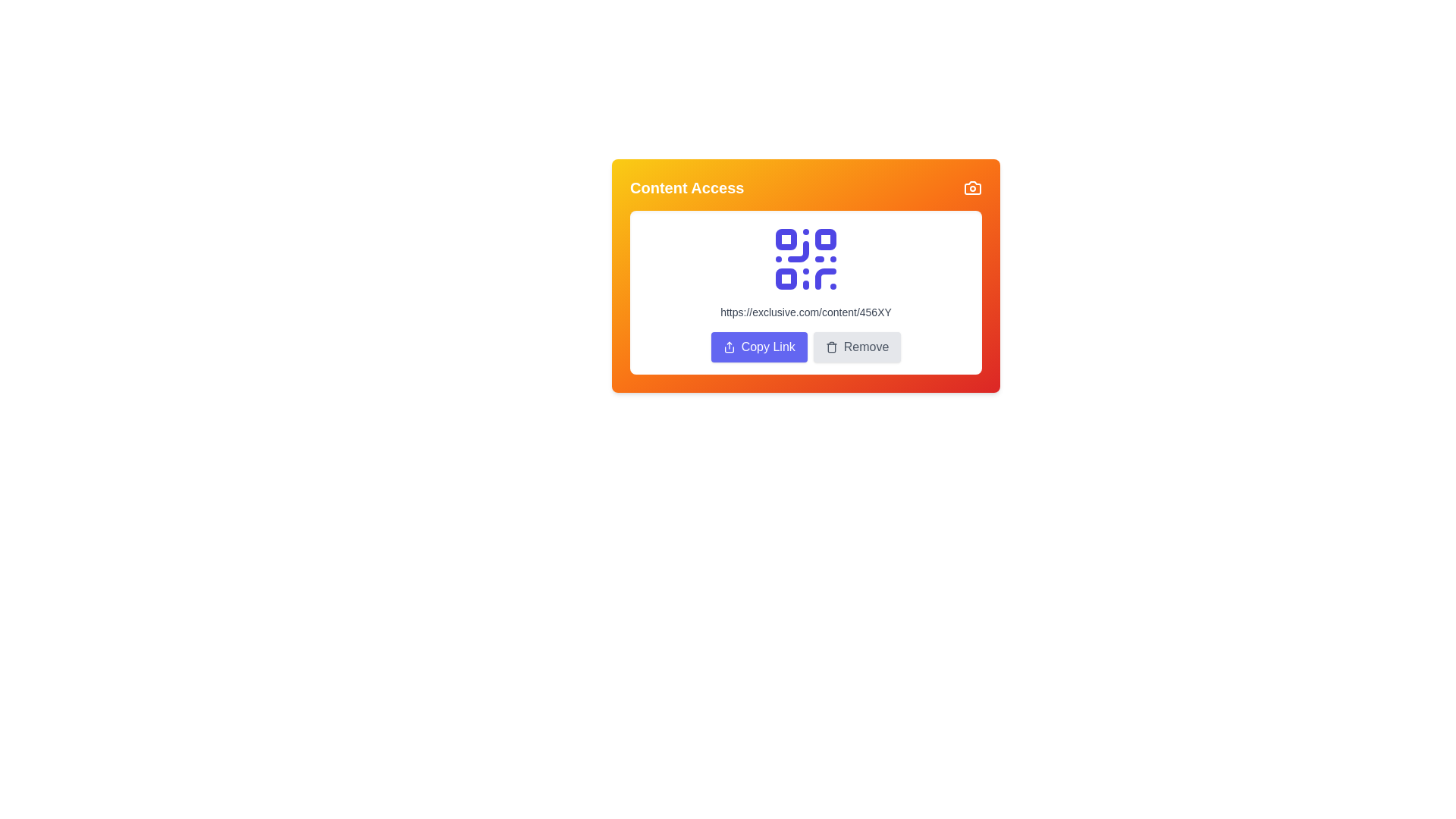  I want to click on the share icon located on the left side of the 'Copy Link' button, which visually represents the action of sharing, so click(729, 347).